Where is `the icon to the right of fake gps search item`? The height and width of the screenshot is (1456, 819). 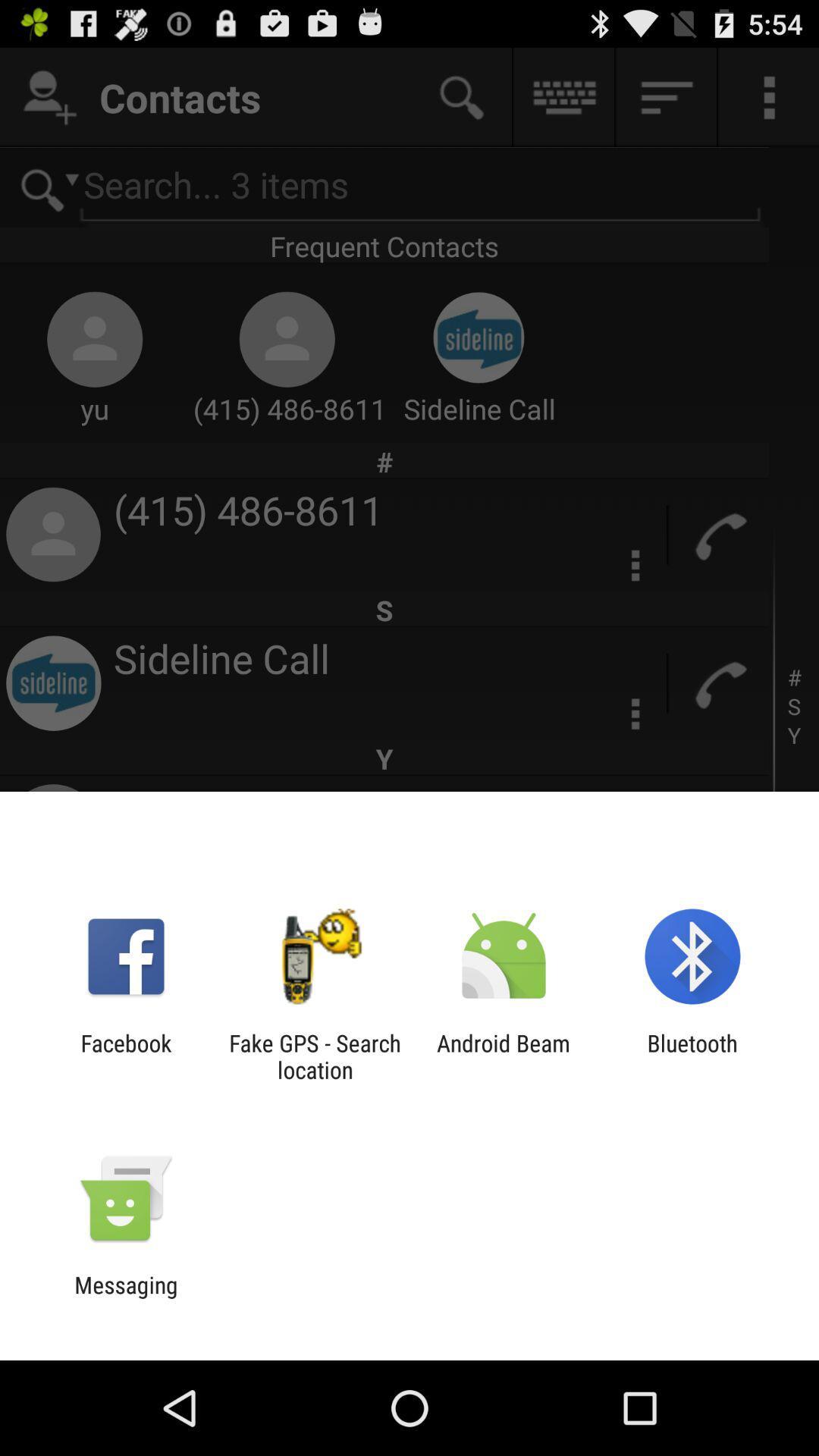 the icon to the right of fake gps search item is located at coordinates (504, 1056).